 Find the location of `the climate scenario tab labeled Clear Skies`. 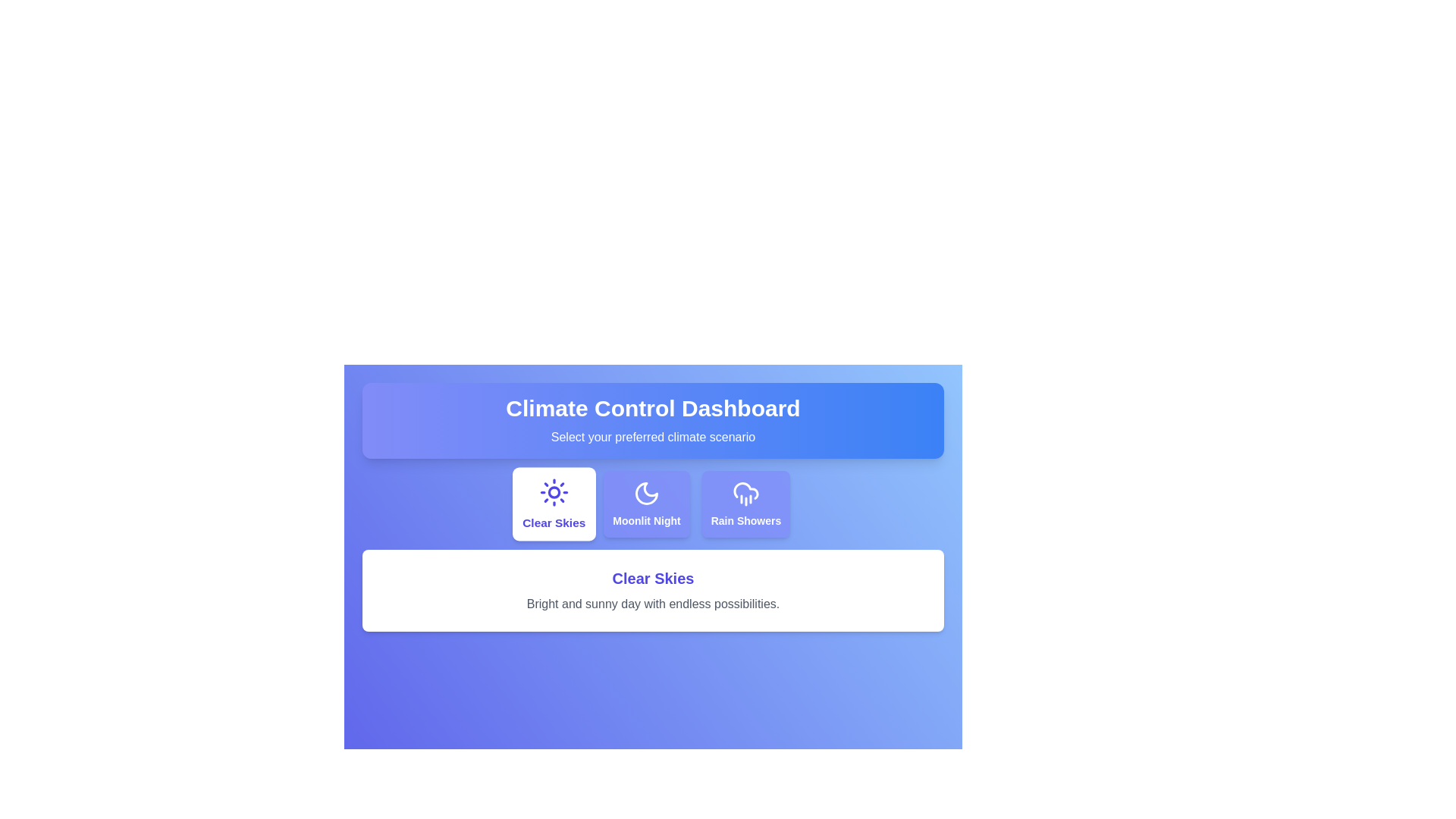

the climate scenario tab labeled Clear Skies is located at coordinates (552, 504).